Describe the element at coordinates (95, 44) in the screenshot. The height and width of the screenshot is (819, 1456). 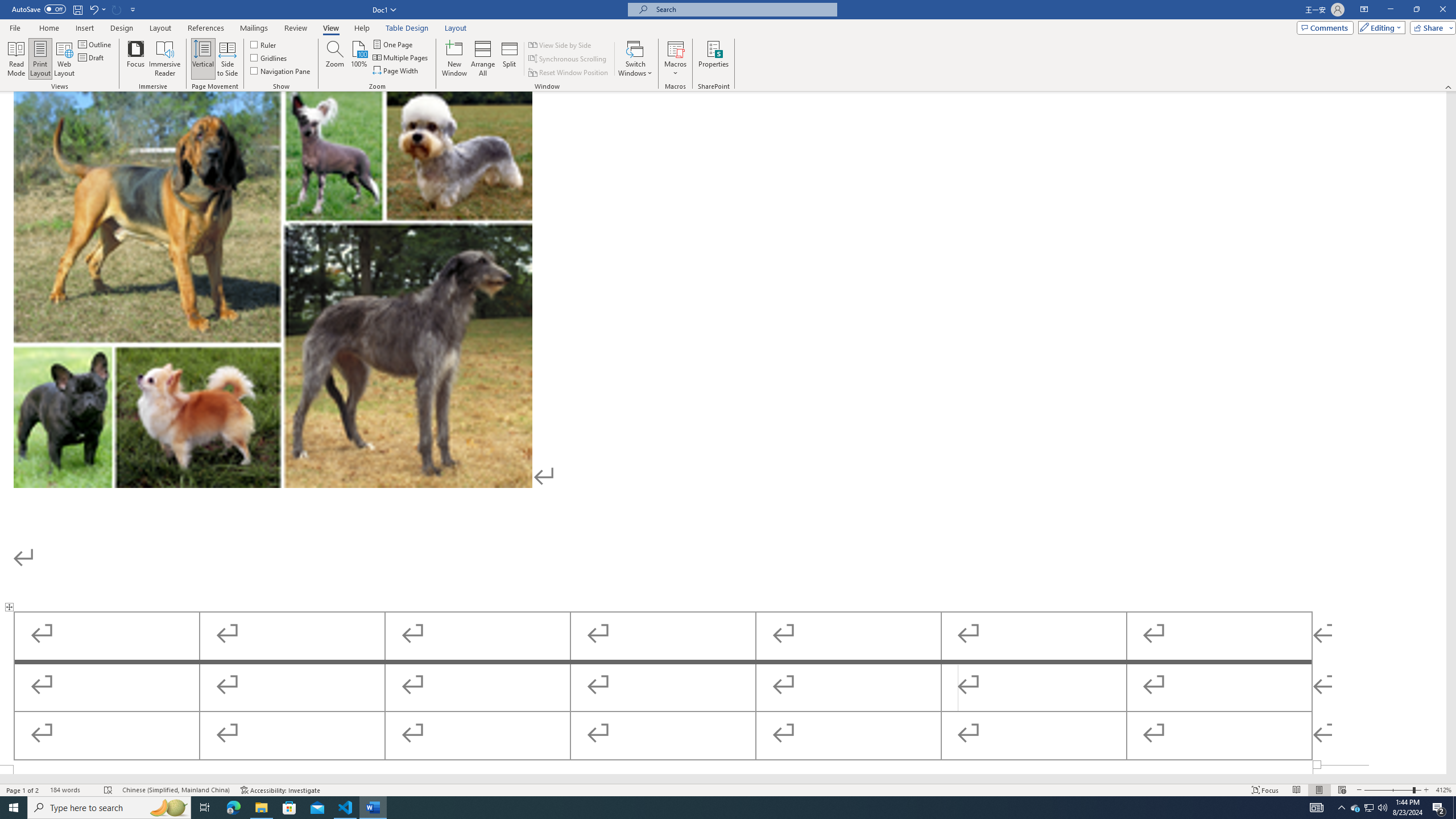
I see `'Outline'` at that location.